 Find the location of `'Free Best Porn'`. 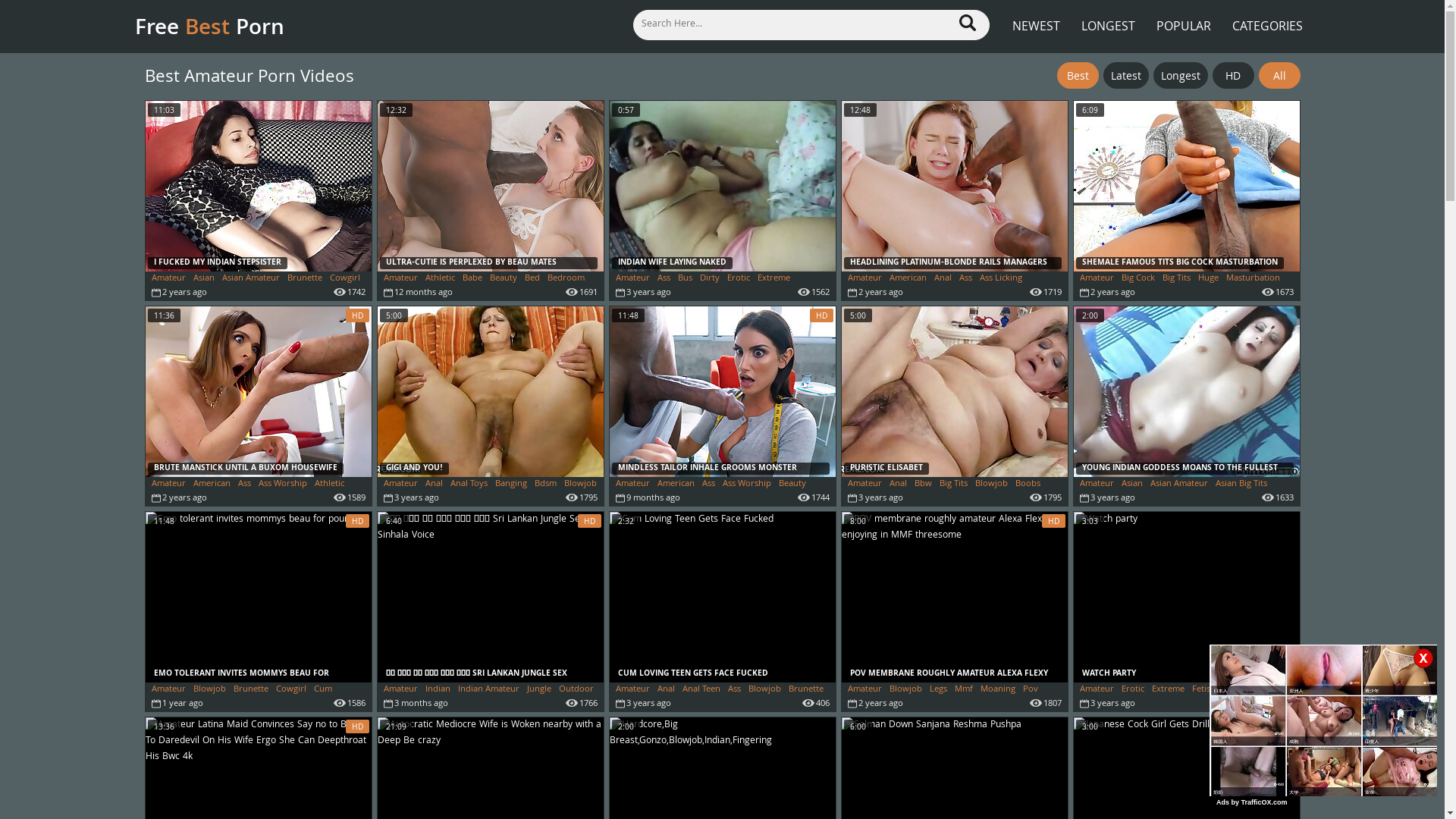

'Free Best Porn' is located at coordinates (134, 26).